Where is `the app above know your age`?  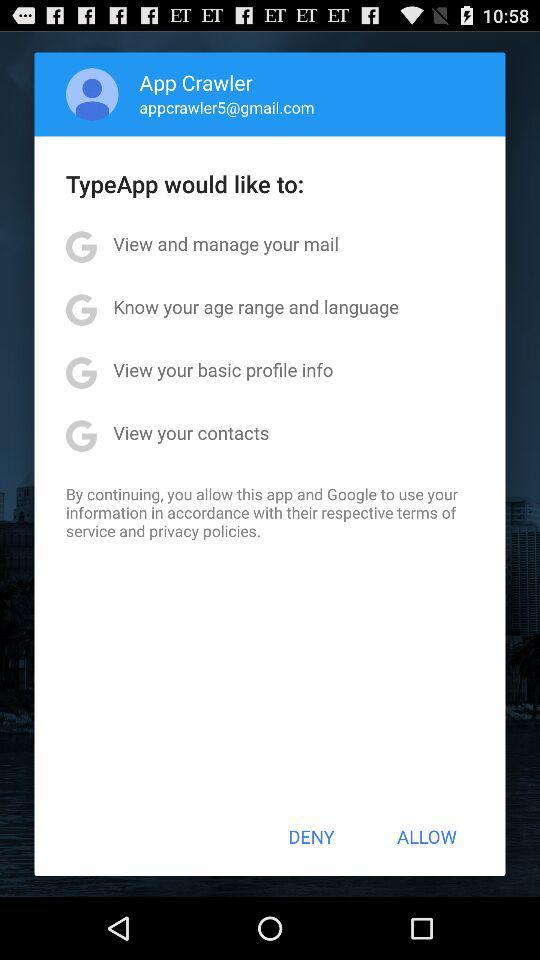 the app above know your age is located at coordinates (225, 242).